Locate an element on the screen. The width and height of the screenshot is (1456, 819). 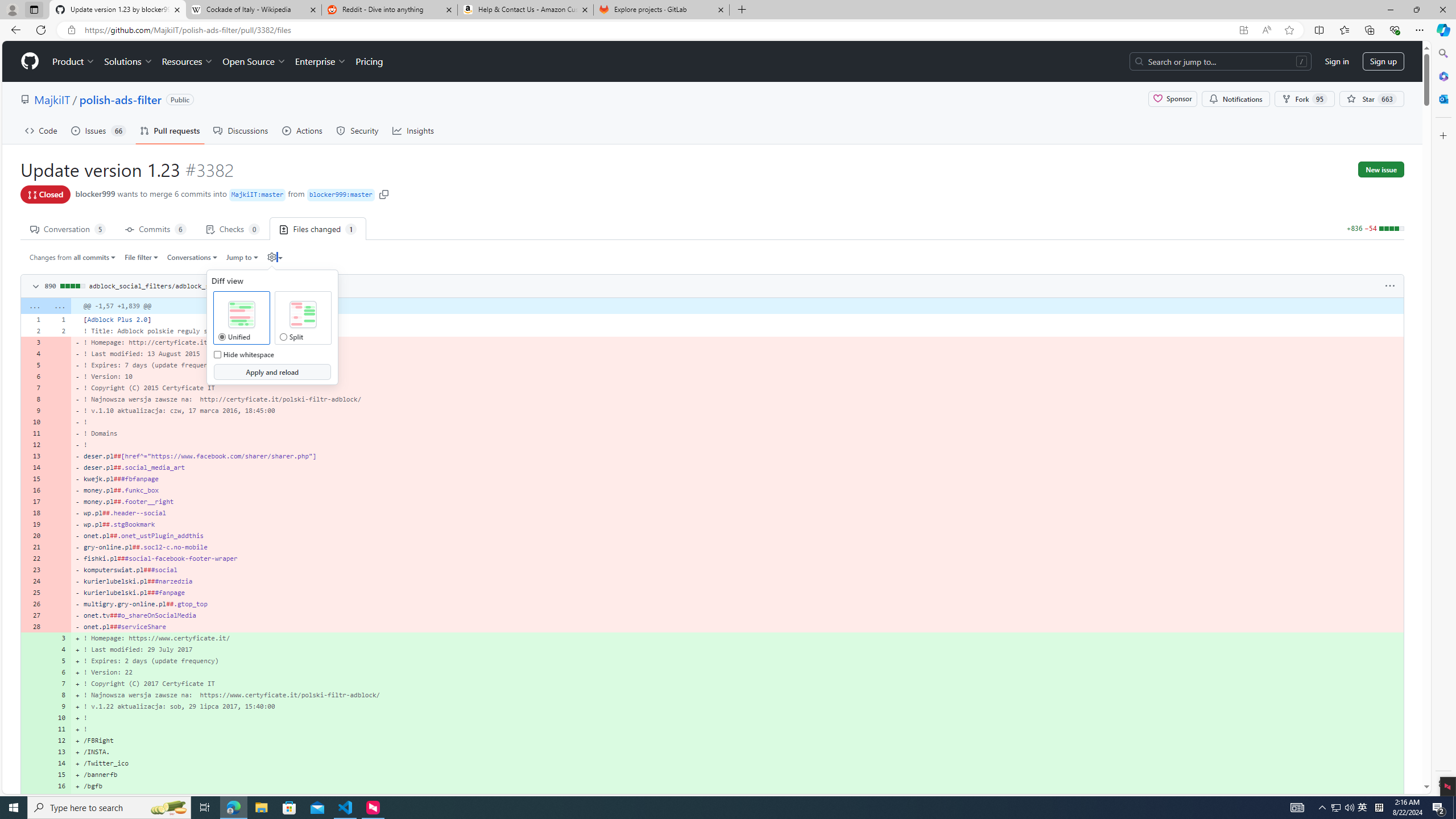
'7' is located at coordinates (58, 684).